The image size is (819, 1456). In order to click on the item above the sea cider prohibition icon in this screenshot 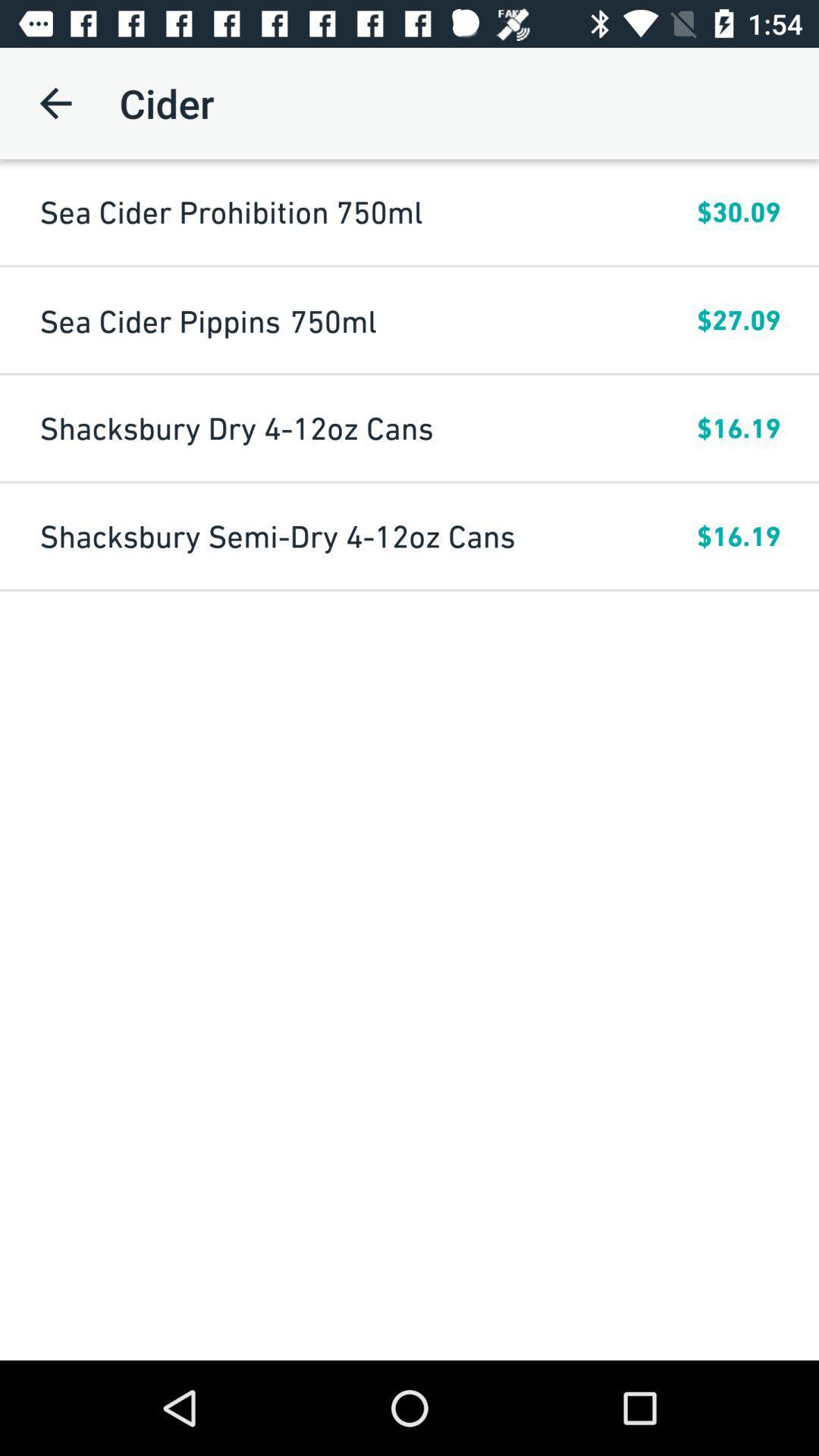, I will do `click(55, 102)`.